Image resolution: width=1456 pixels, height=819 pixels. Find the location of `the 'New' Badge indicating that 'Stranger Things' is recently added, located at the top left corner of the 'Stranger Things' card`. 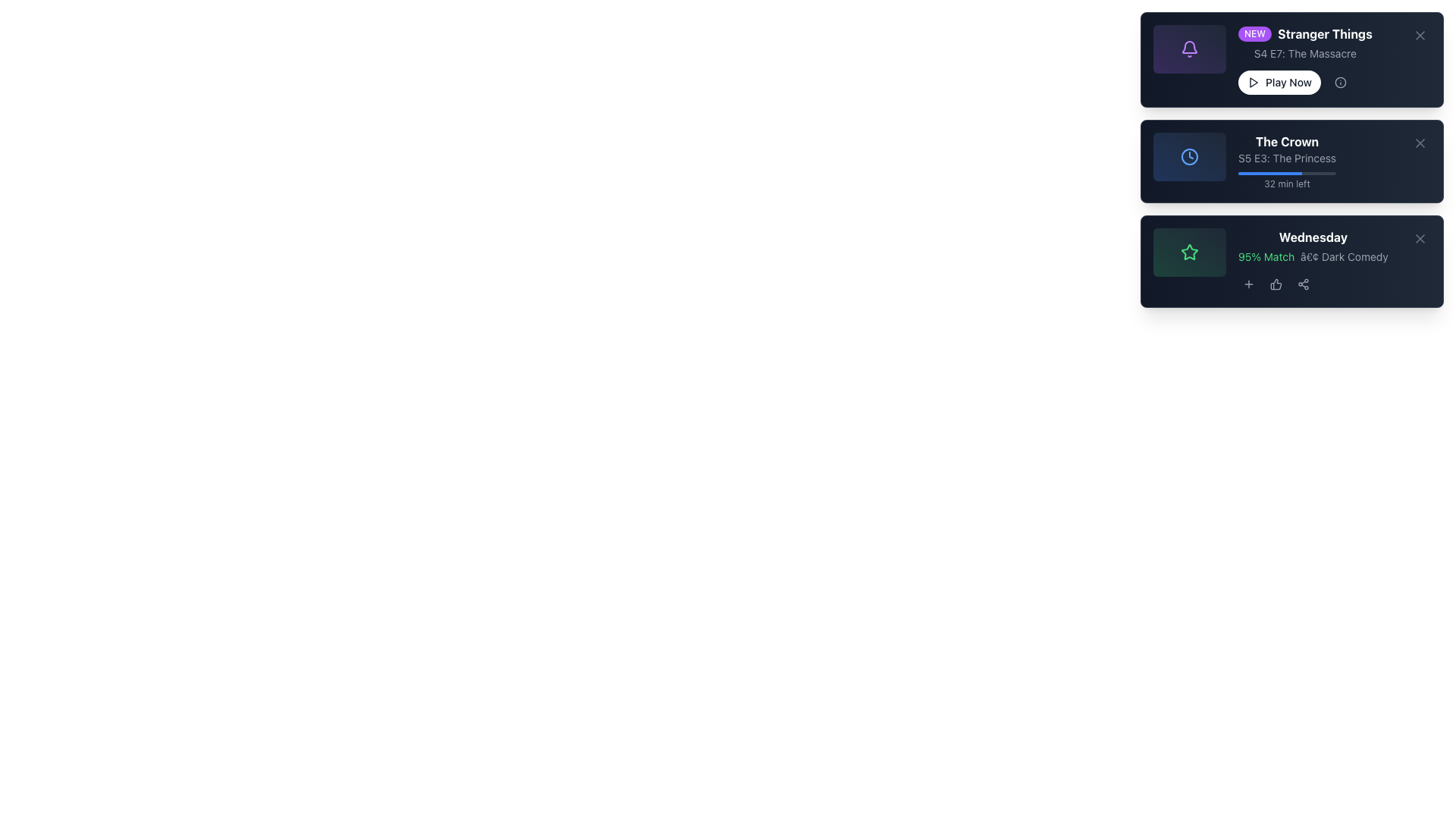

the 'New' Badge indicating that 'Stranger Things' is recently added, located at the top left corner of the 'Stranger Things' card is located at coordinates (1255, 34).